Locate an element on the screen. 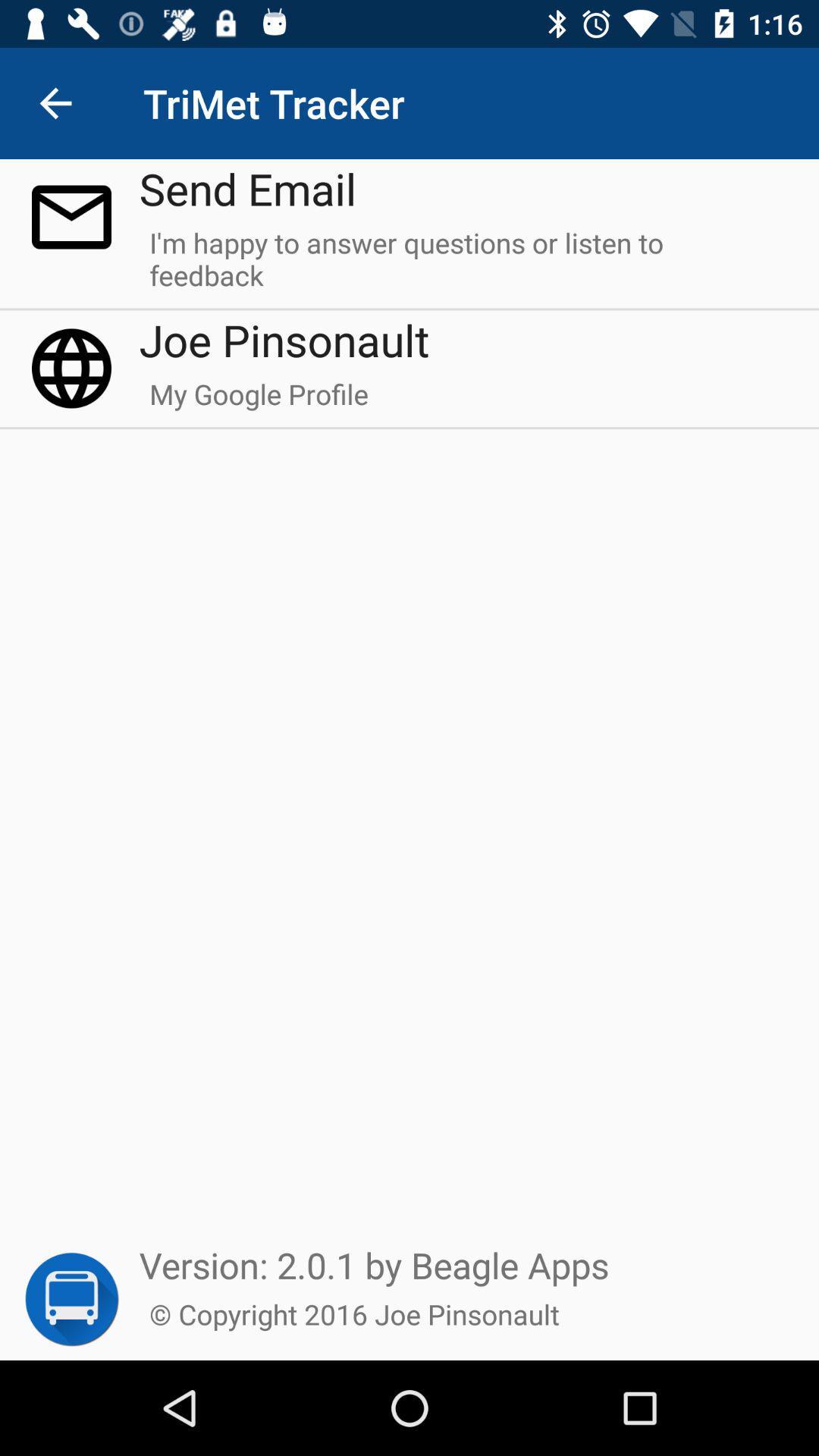 The height and width of the screenshot is (1456, 819). the item above the joe pinsonault is located at coordinates (463, 265).